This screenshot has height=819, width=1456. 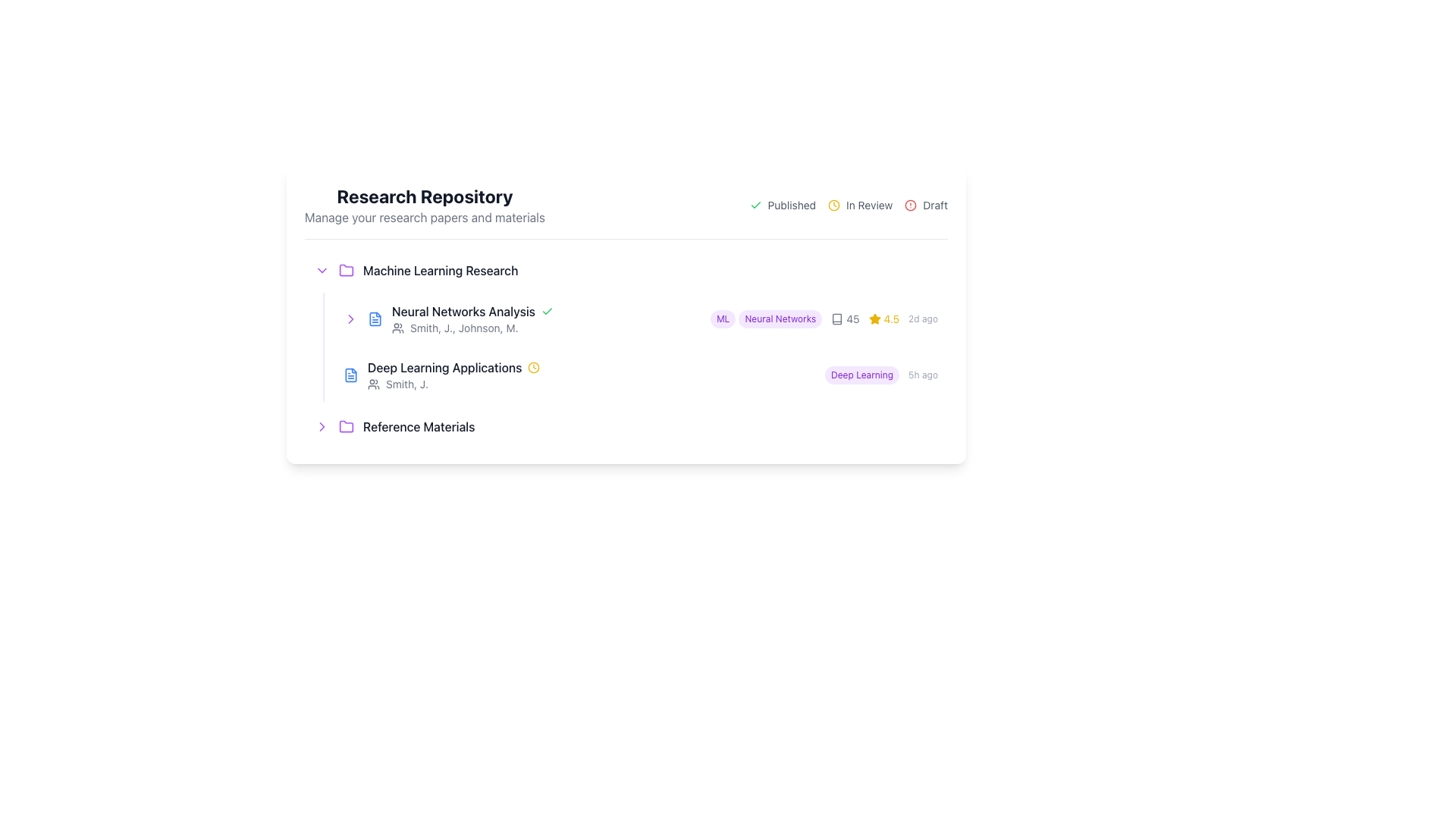 I want to click on the 'Reference Materials' navigation link, so click(x=626, y=427).